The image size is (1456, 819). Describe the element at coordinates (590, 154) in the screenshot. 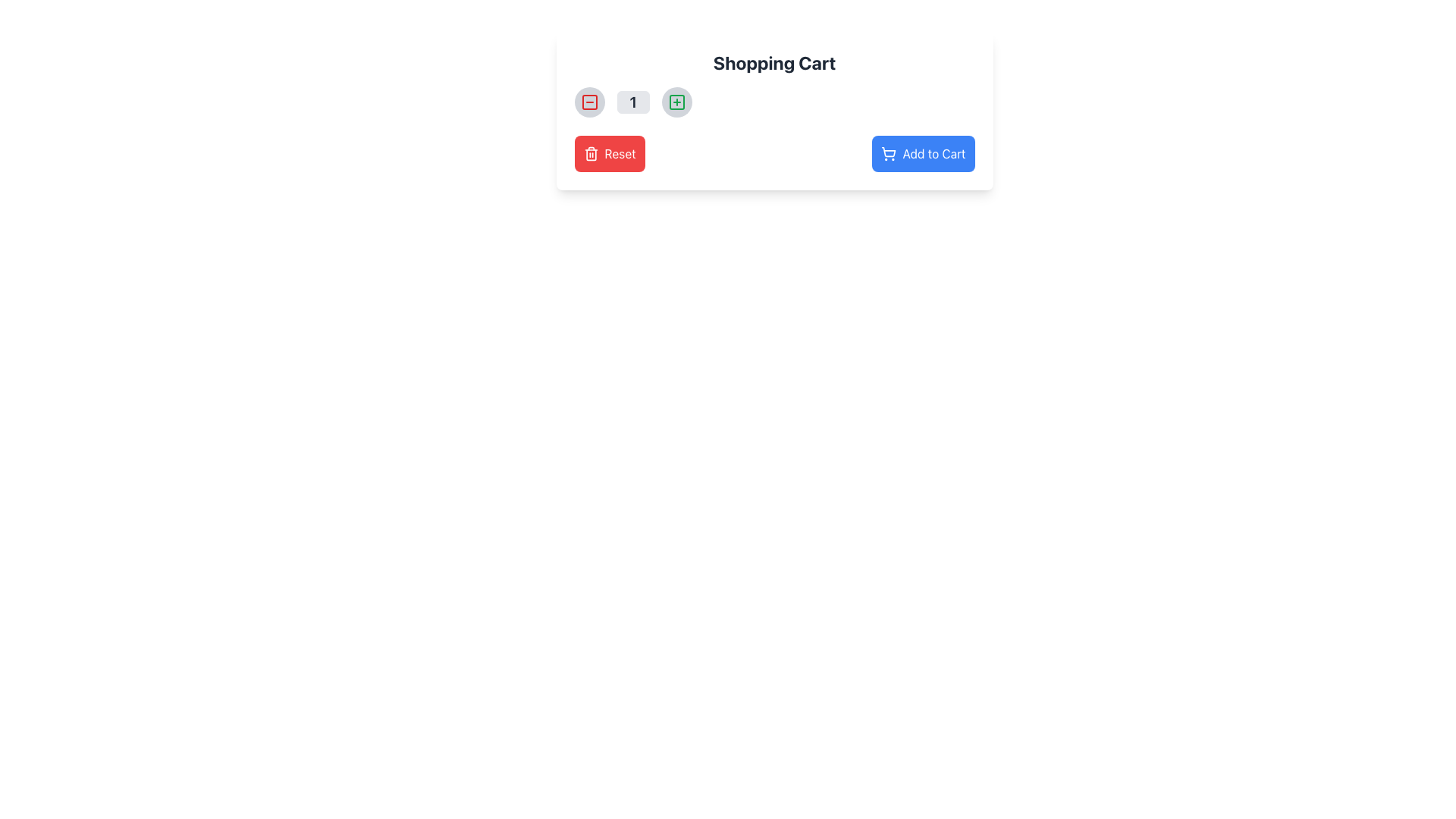

I see `the trash can icon located inside the 'Reset' button at the bottom-left corner of the 'Shopping Cart' card` at that location.